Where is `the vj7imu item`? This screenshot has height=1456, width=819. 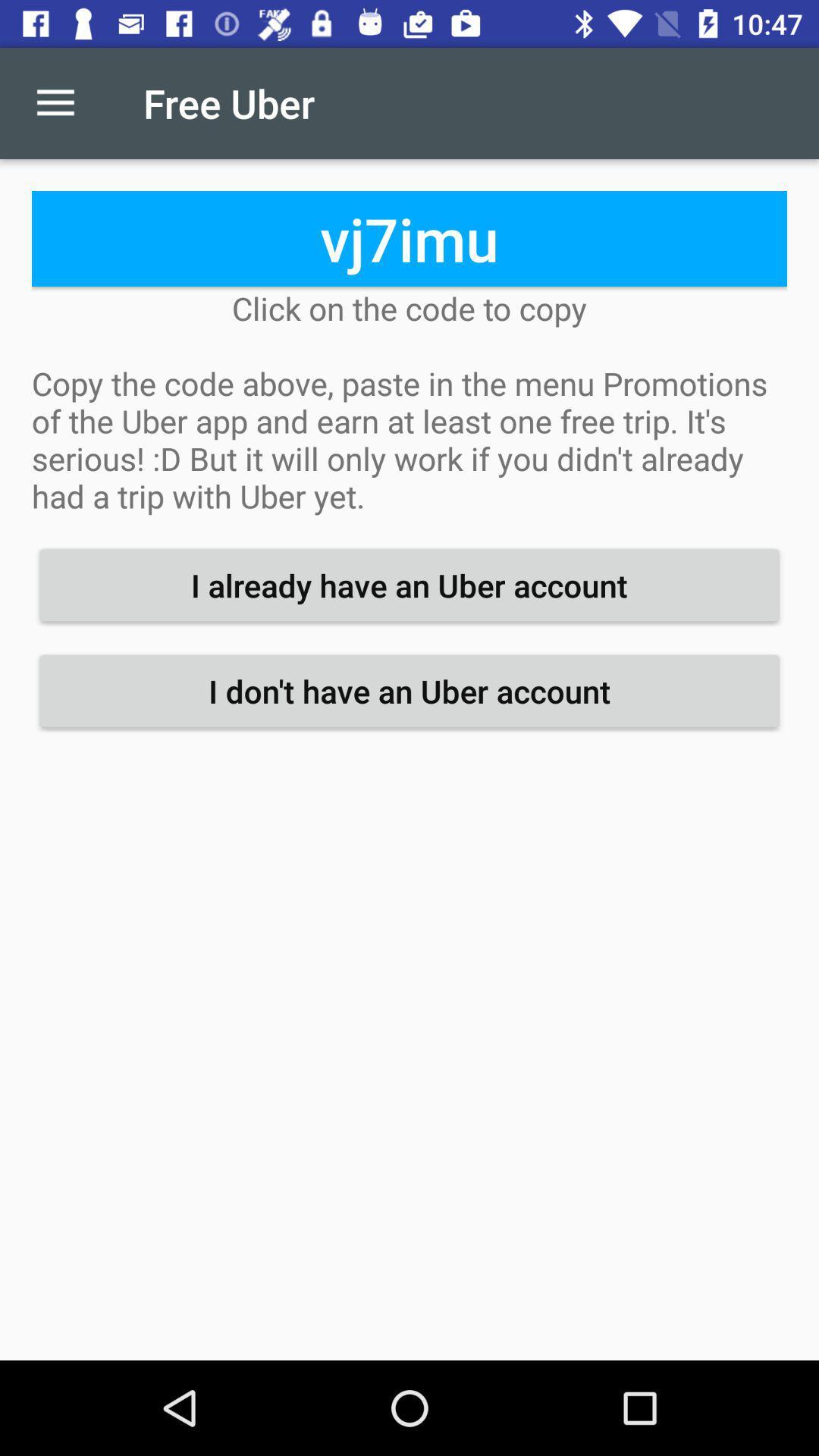
the vj7imu item is located at coordinates (409, 238).